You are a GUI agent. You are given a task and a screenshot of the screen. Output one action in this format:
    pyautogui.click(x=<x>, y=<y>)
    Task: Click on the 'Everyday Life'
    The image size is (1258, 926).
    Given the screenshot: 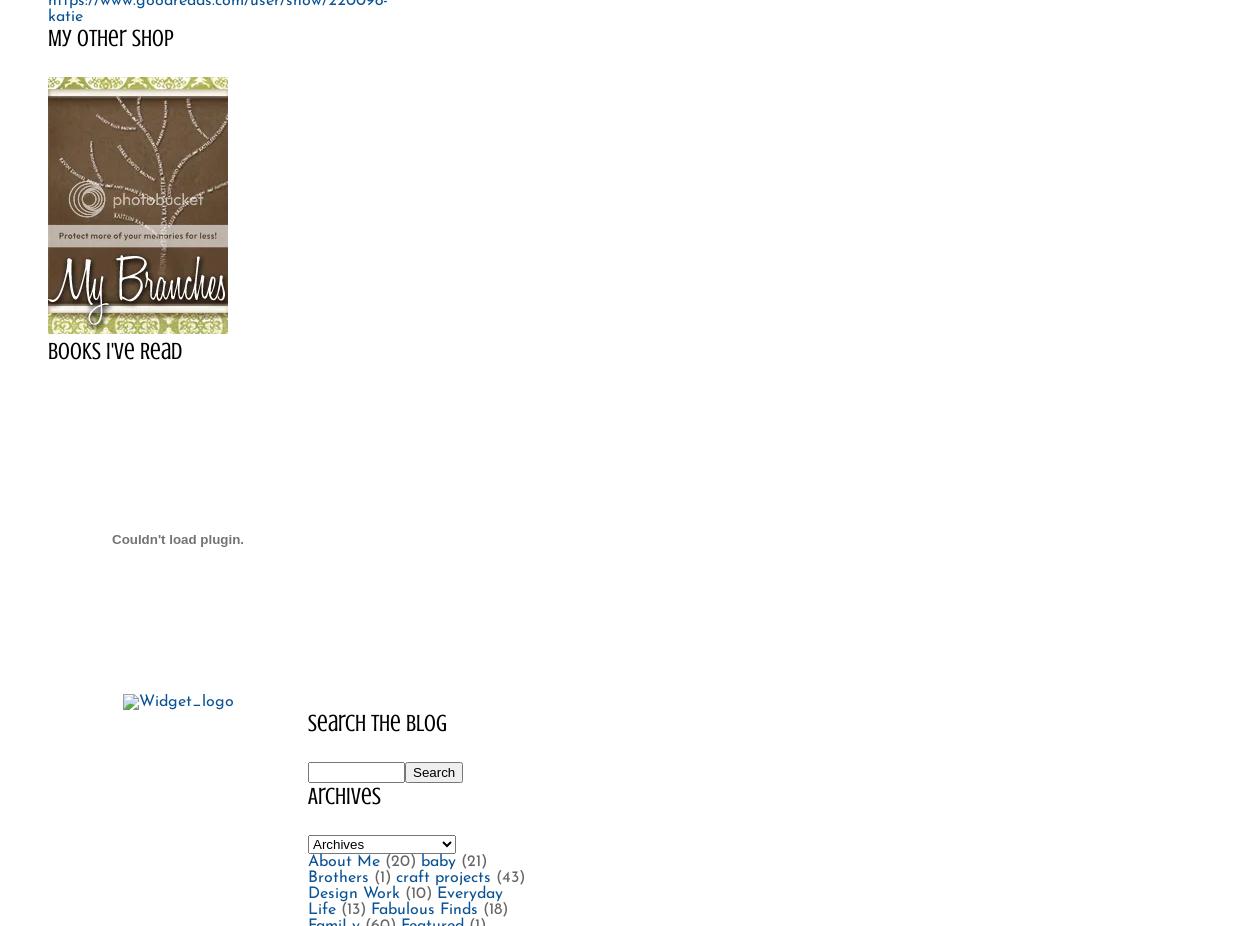 What is the action you would take?
    pyautogui.click(x=404, y=900)
    